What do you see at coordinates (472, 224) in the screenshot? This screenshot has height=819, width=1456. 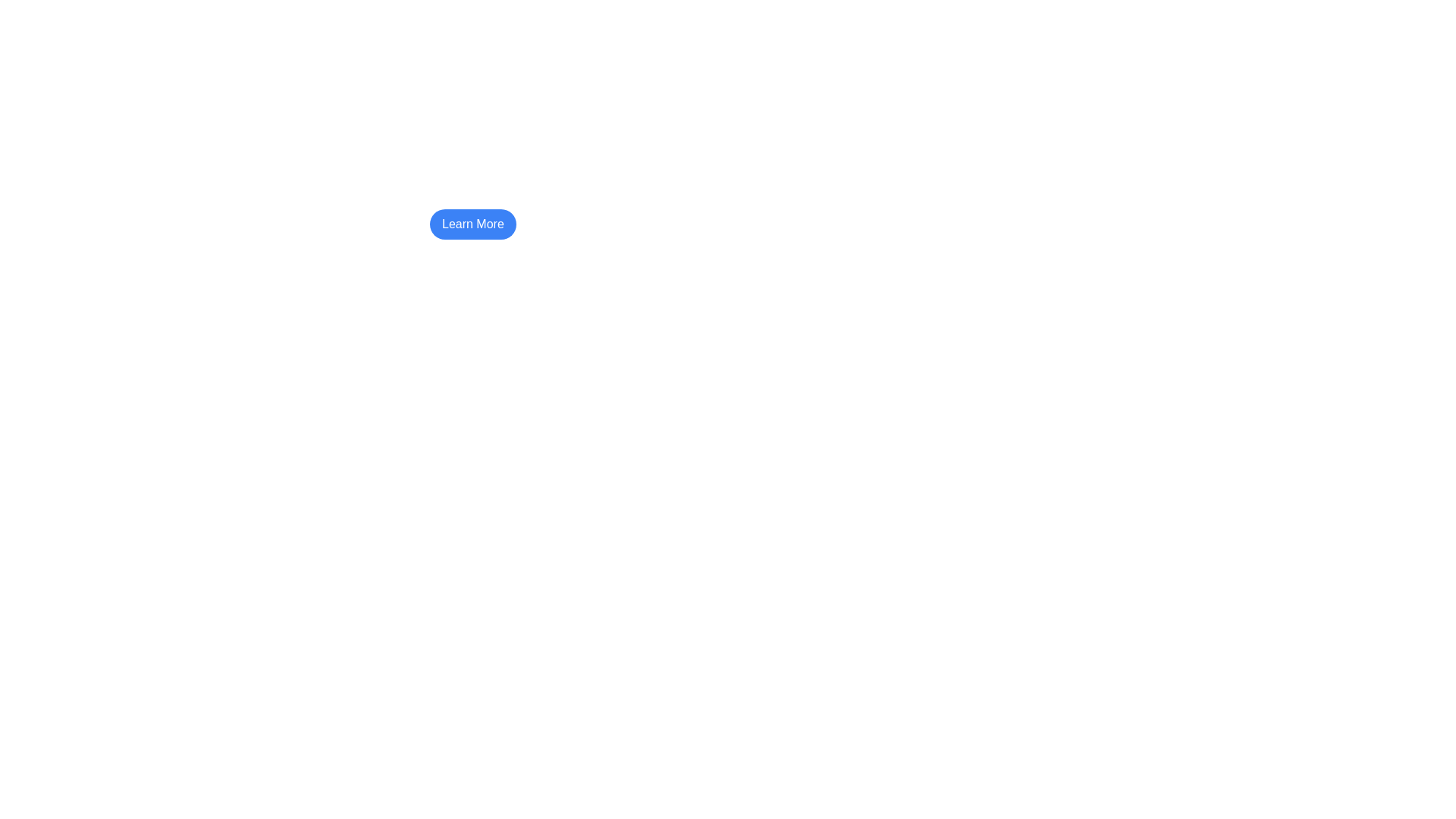 I see `the bright blue 'Learn More' button with rounded corners to observe any hover effects` at bounding box center [472, 224].